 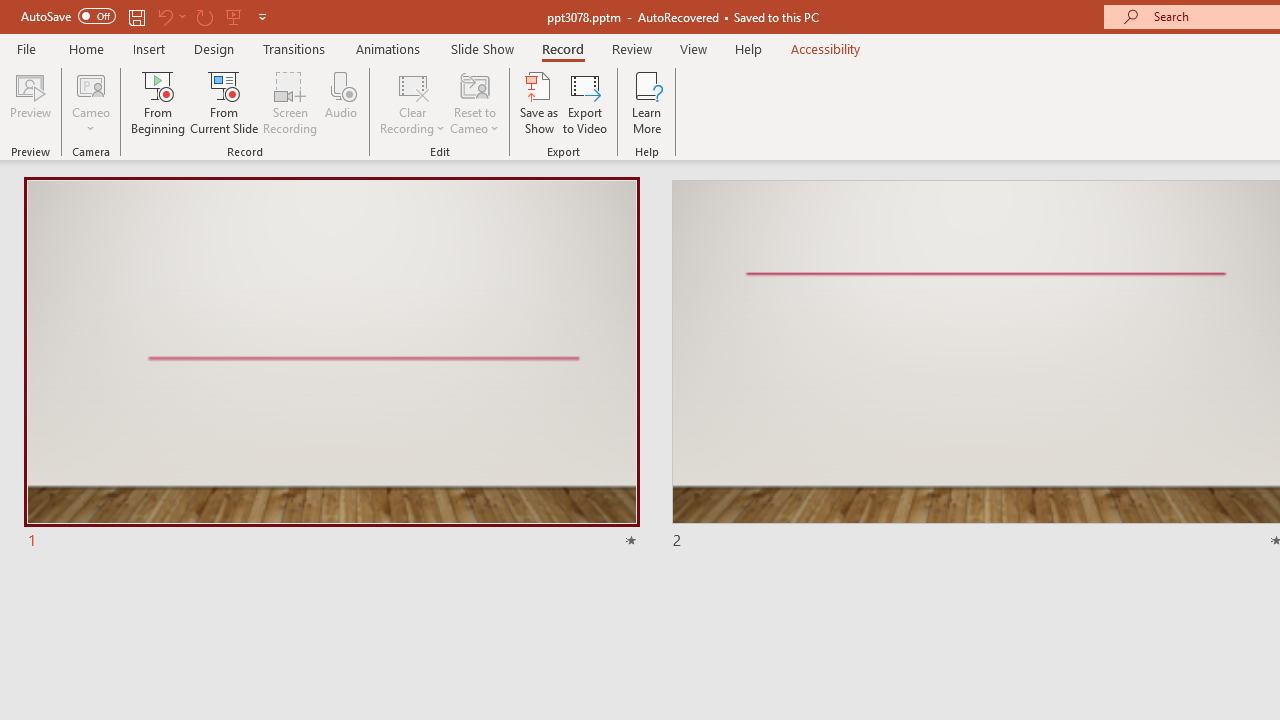 I want to click on 'Reset to Cameo', so click(x=473, y=103).